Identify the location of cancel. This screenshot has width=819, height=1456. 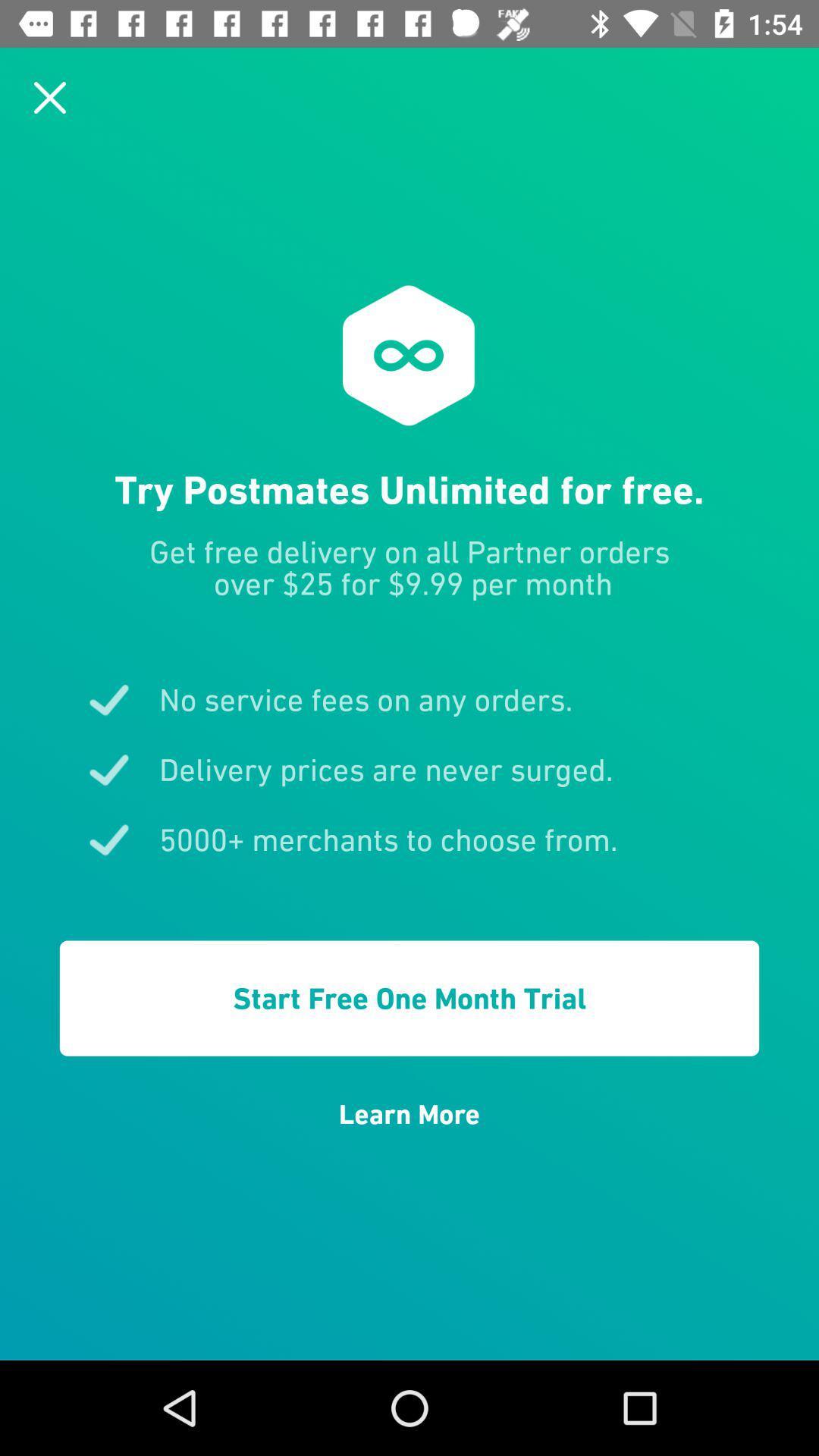
(49, 96).